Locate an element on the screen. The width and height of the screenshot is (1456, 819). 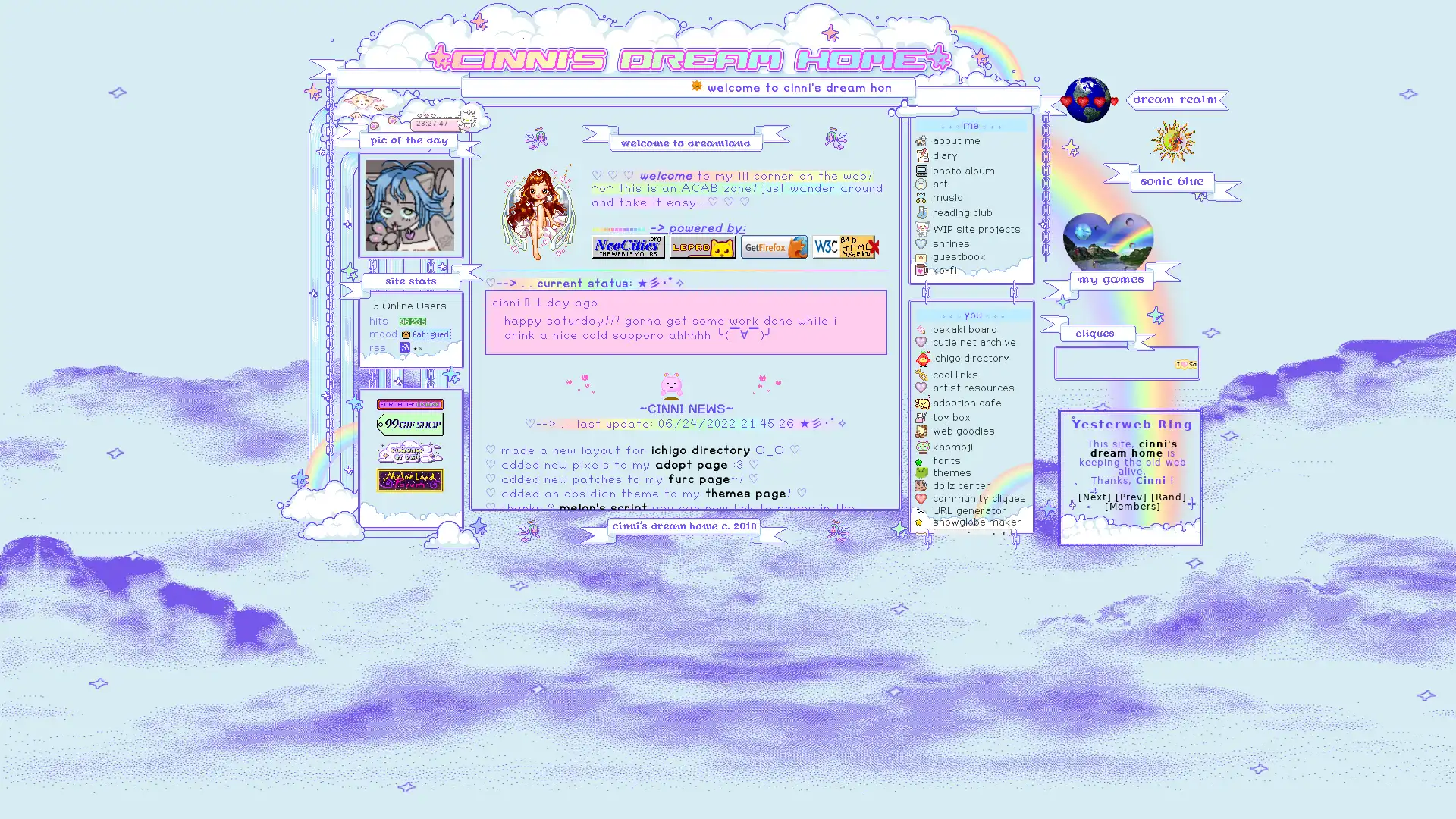
experimental is located at coordinates (972, 535).